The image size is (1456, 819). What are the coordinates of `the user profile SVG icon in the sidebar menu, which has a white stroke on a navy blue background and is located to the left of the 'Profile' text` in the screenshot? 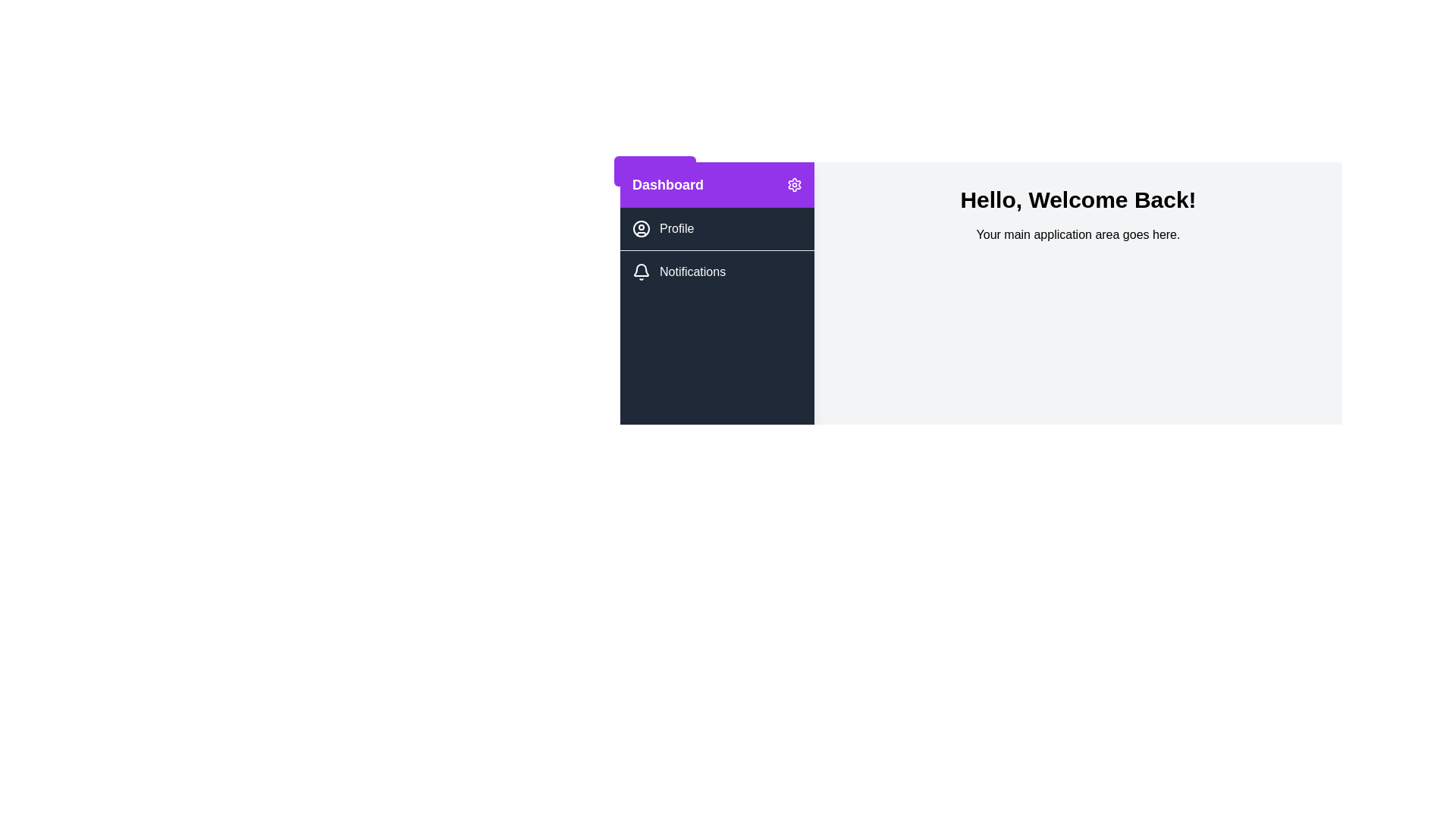 It's located at (641, 228).